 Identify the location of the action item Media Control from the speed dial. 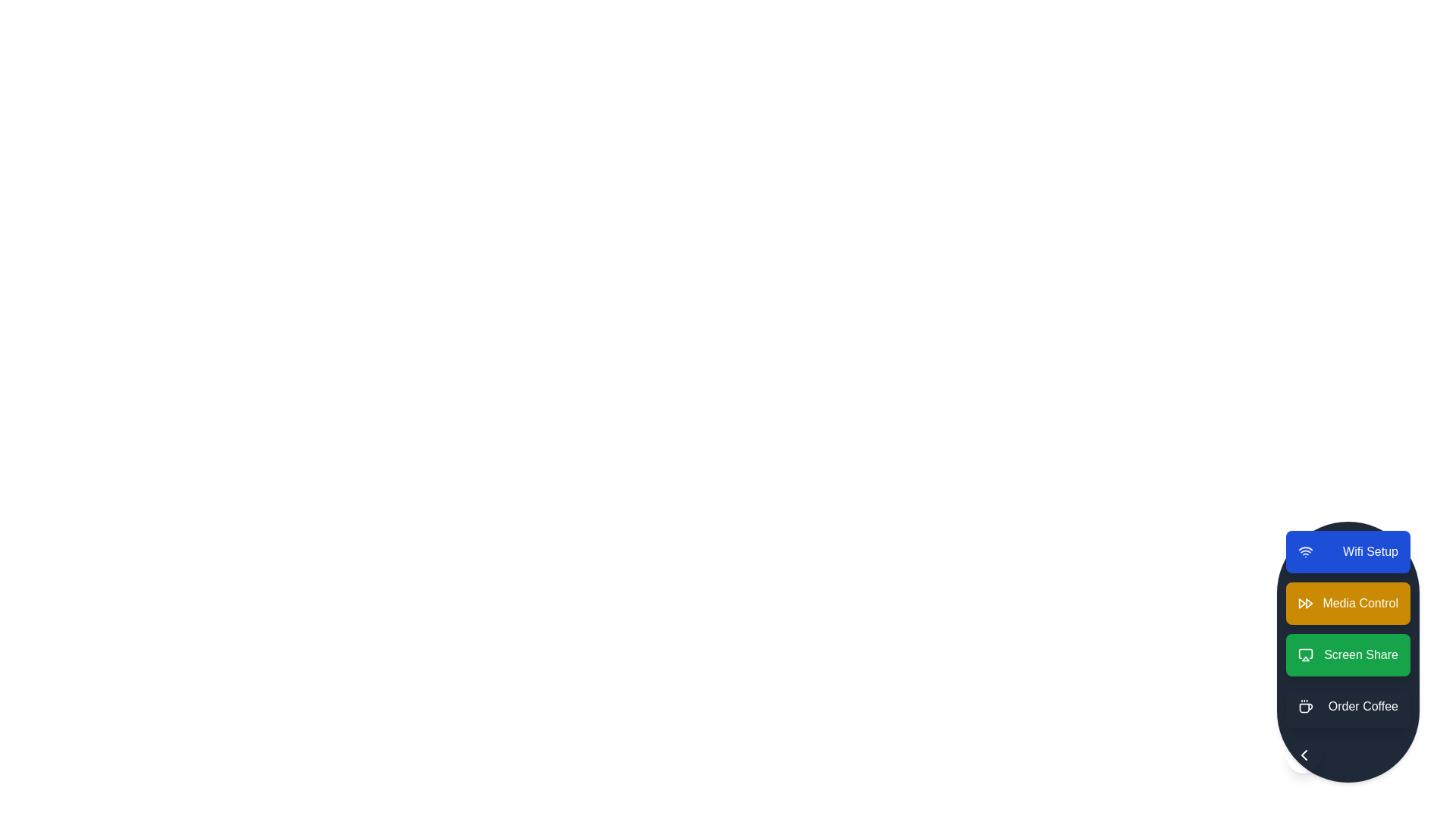
(1348, 602).